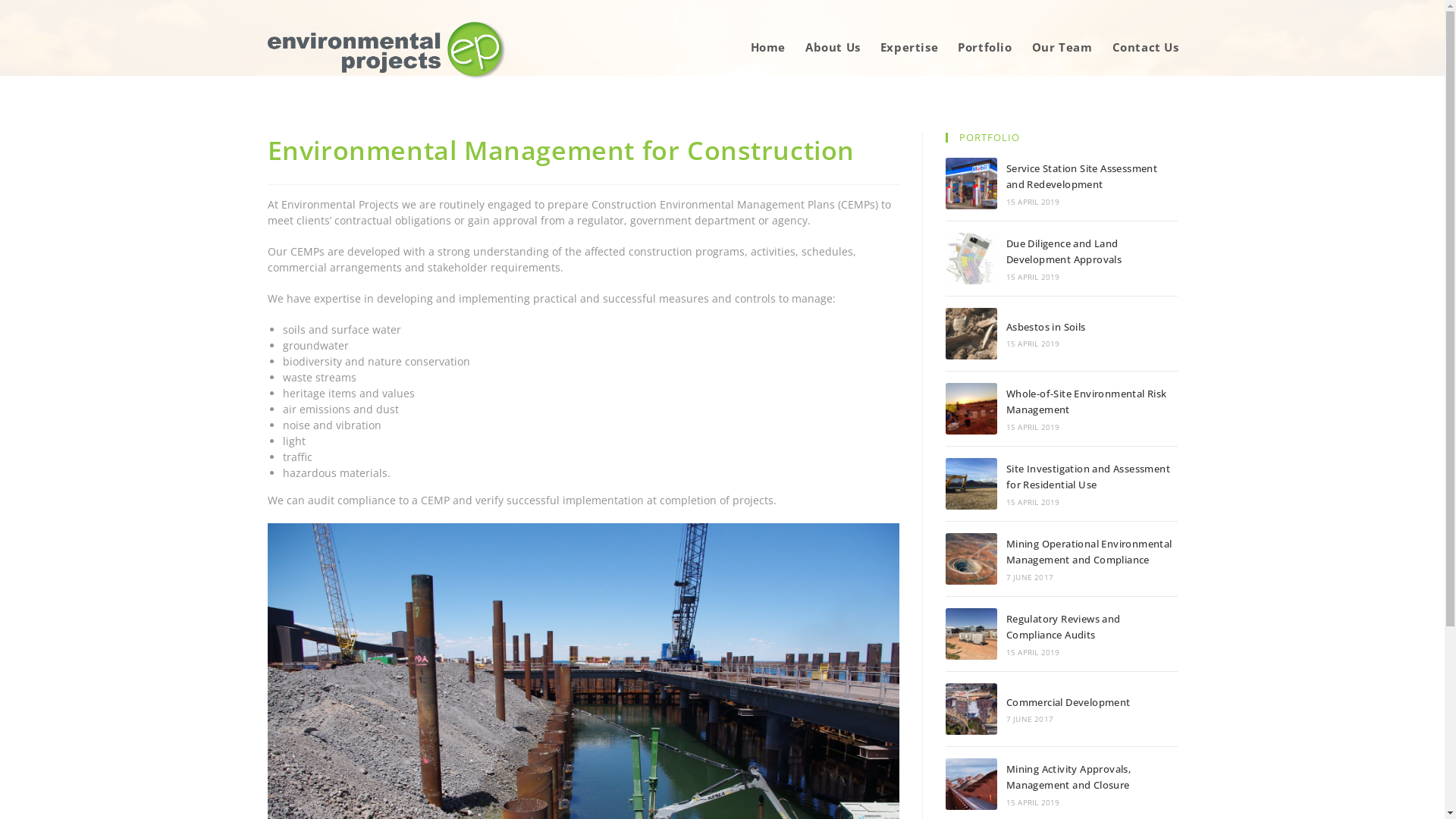 This screenshot has width=1456, height=819. What do you see at coordinates (1045, 326) in the screenshot?
I see `'Asbestos in Soils'` at bounding box center [1045, 326].